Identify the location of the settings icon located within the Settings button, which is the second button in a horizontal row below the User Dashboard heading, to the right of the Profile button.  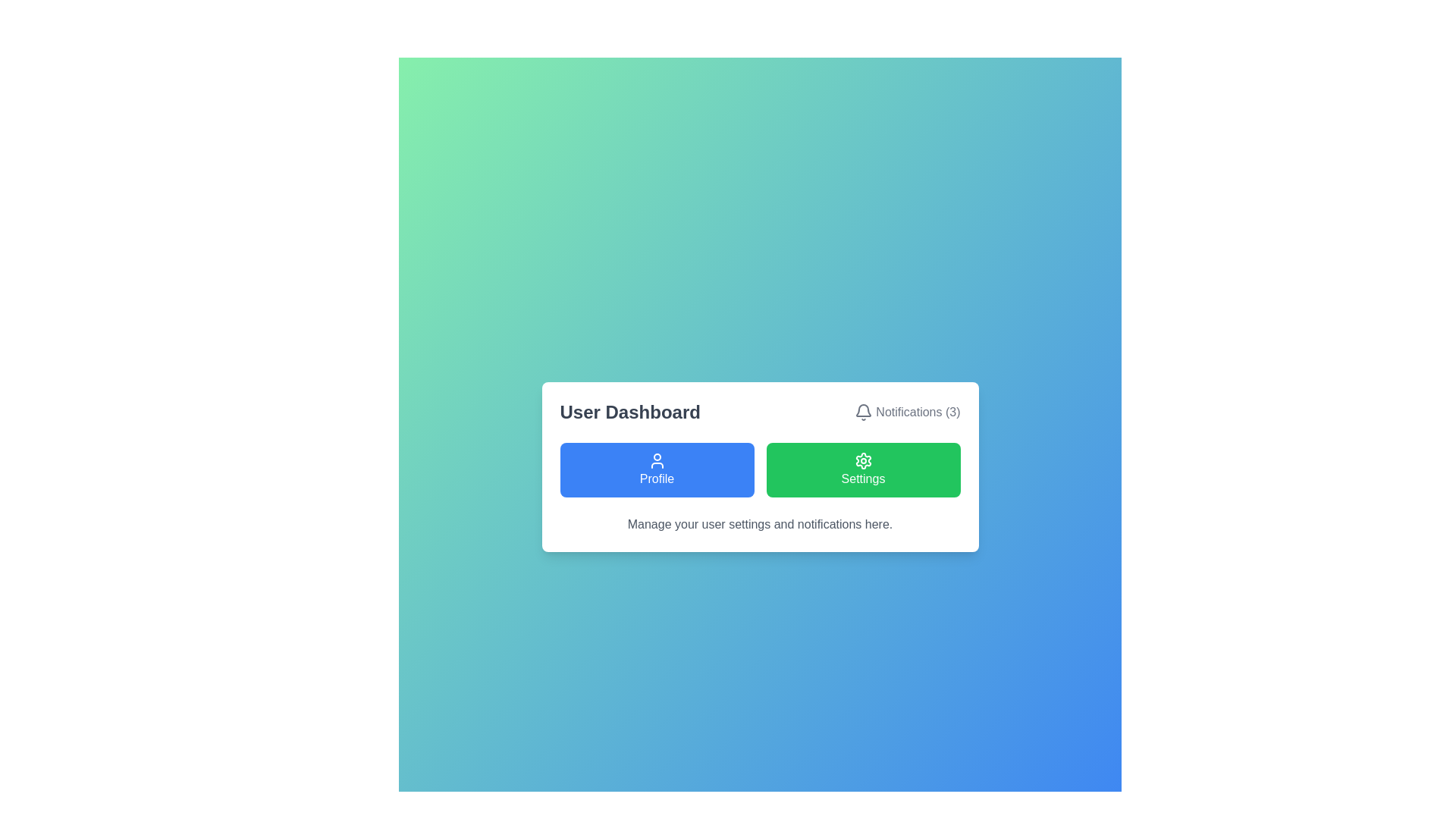
(863, 460).